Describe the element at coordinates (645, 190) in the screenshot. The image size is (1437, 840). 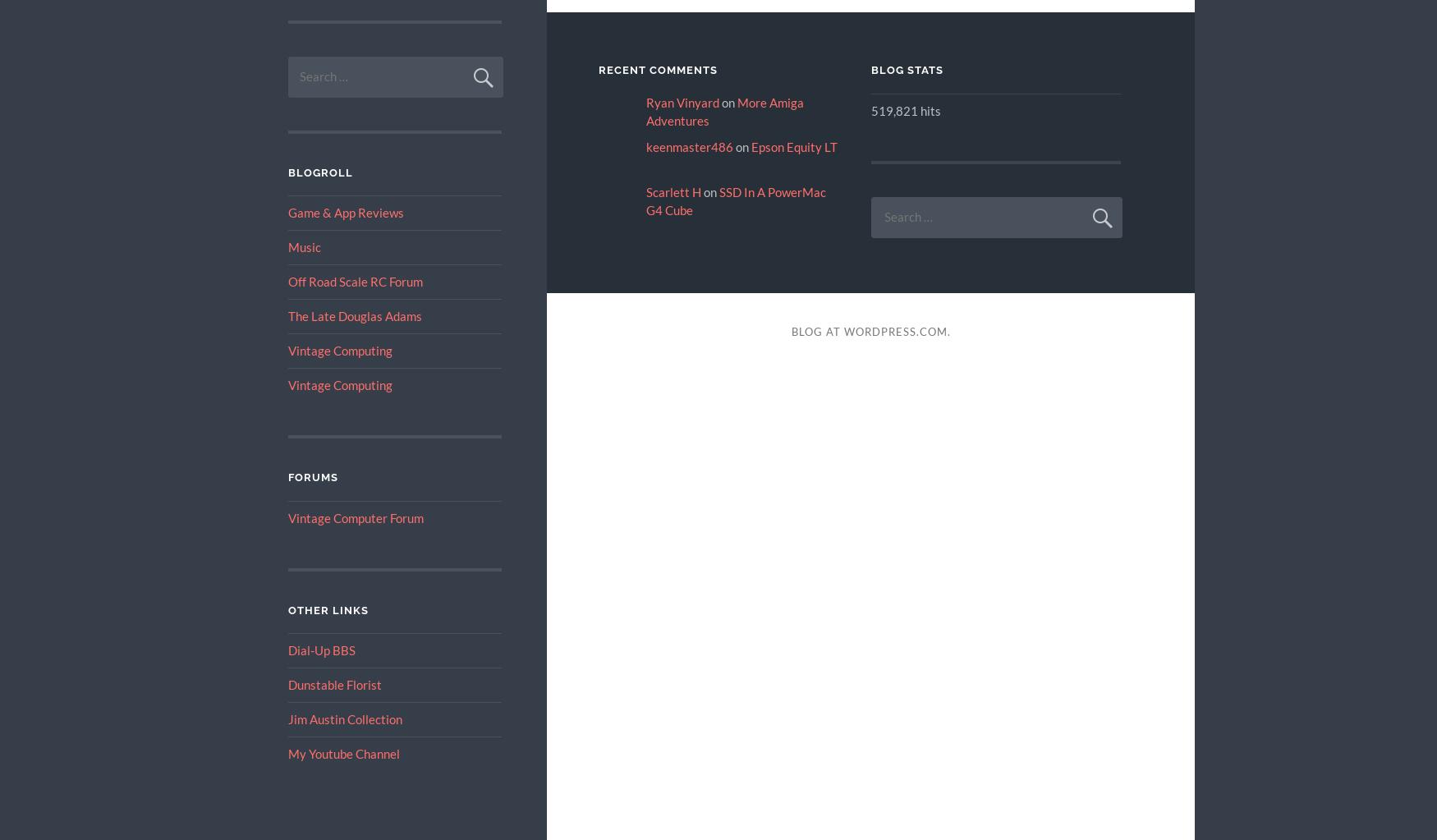
I see `'Scarlett H'` at that location.